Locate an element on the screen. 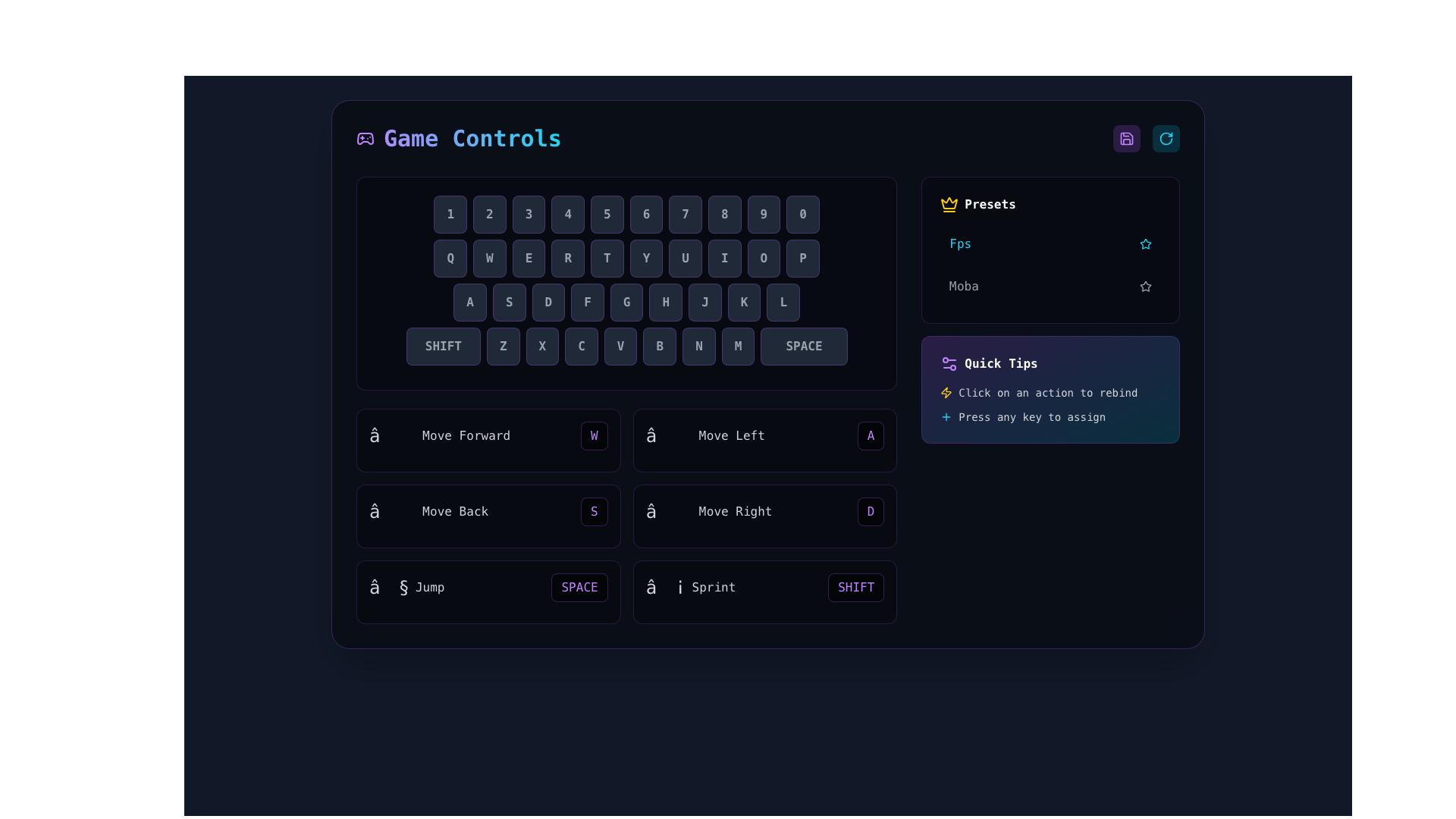 The image size is (1456, 819). the rectangular button labeled 'C' with a dark gray background and light gray text, located in the third row of the keyboard in the 'Game Controls' section, to simulate pressing the 'C' key is located at coordinates (581, 346).